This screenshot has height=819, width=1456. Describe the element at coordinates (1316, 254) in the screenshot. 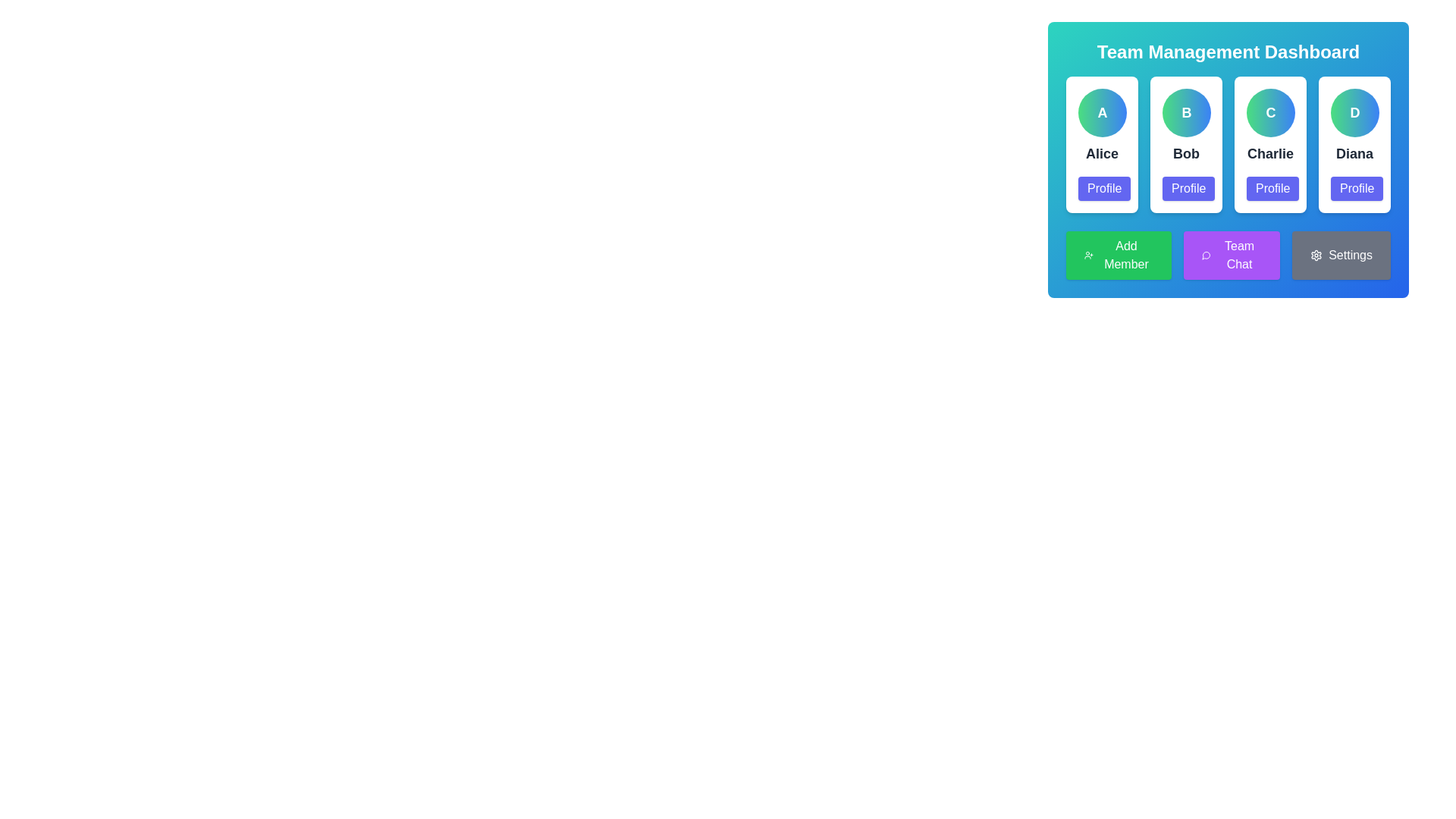

I see `the gear-shaped icon representing the settings option located in the bottom-right part of the dashboard interface` at that location.